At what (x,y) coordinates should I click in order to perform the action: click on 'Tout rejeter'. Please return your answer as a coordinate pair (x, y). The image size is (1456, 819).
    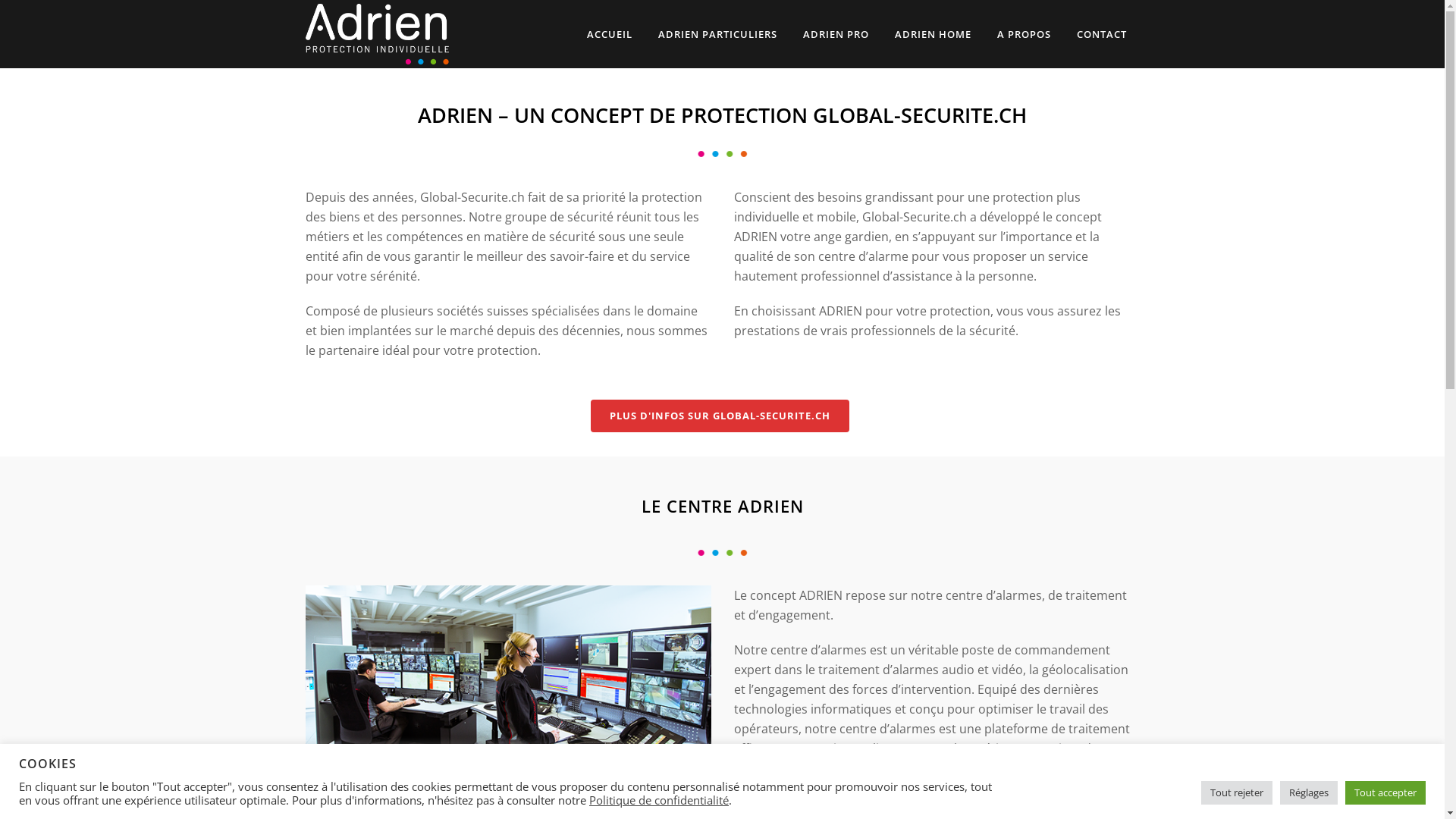
    Looking at the image, I should click on (1237, 792).